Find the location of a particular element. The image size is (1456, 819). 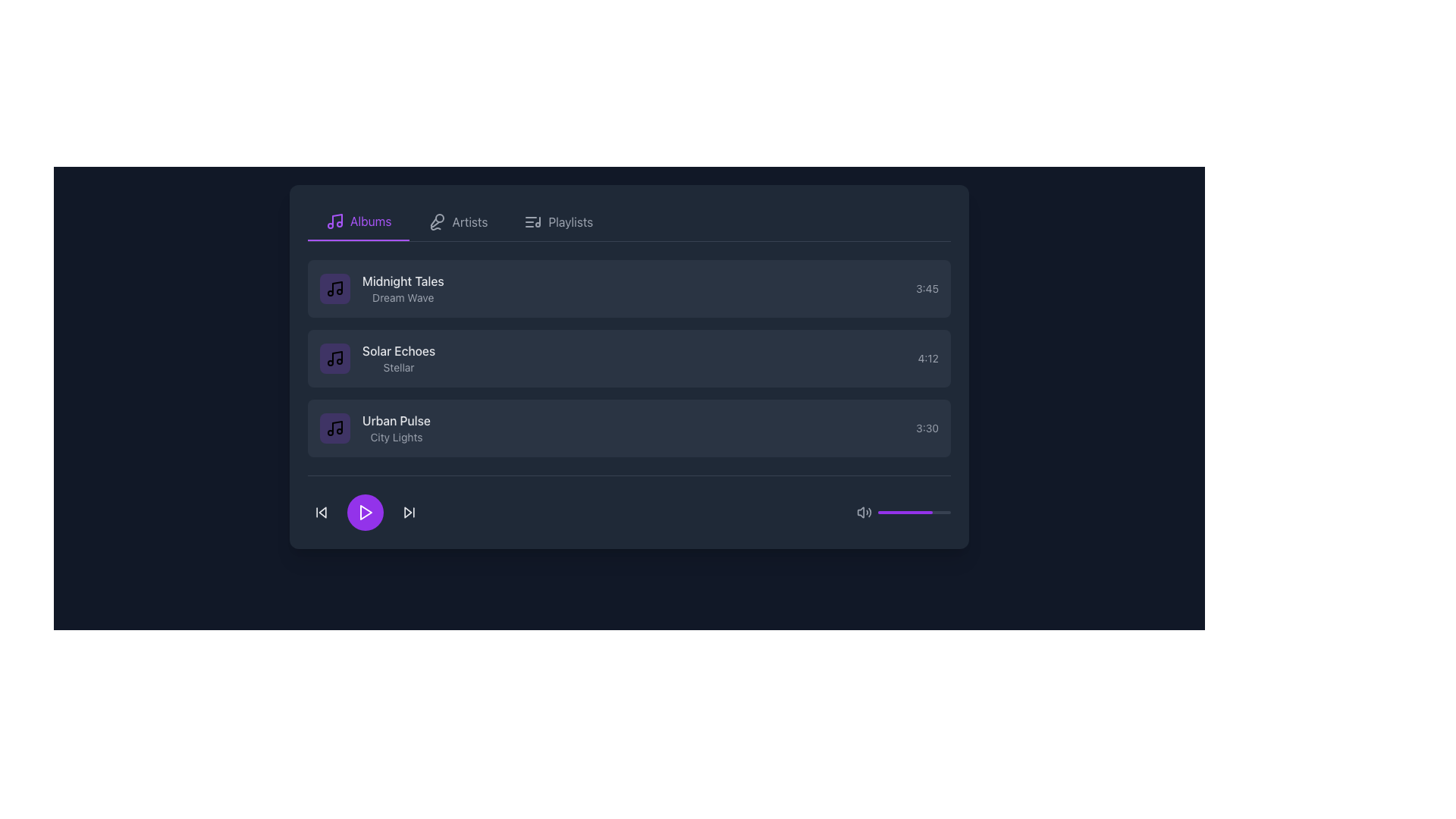

the small circular SVG element within the 'Artists' tab icon, which is surrounded by 'Albums' on the left and 'Playlists' on the right is located at coordinates (439, 218).